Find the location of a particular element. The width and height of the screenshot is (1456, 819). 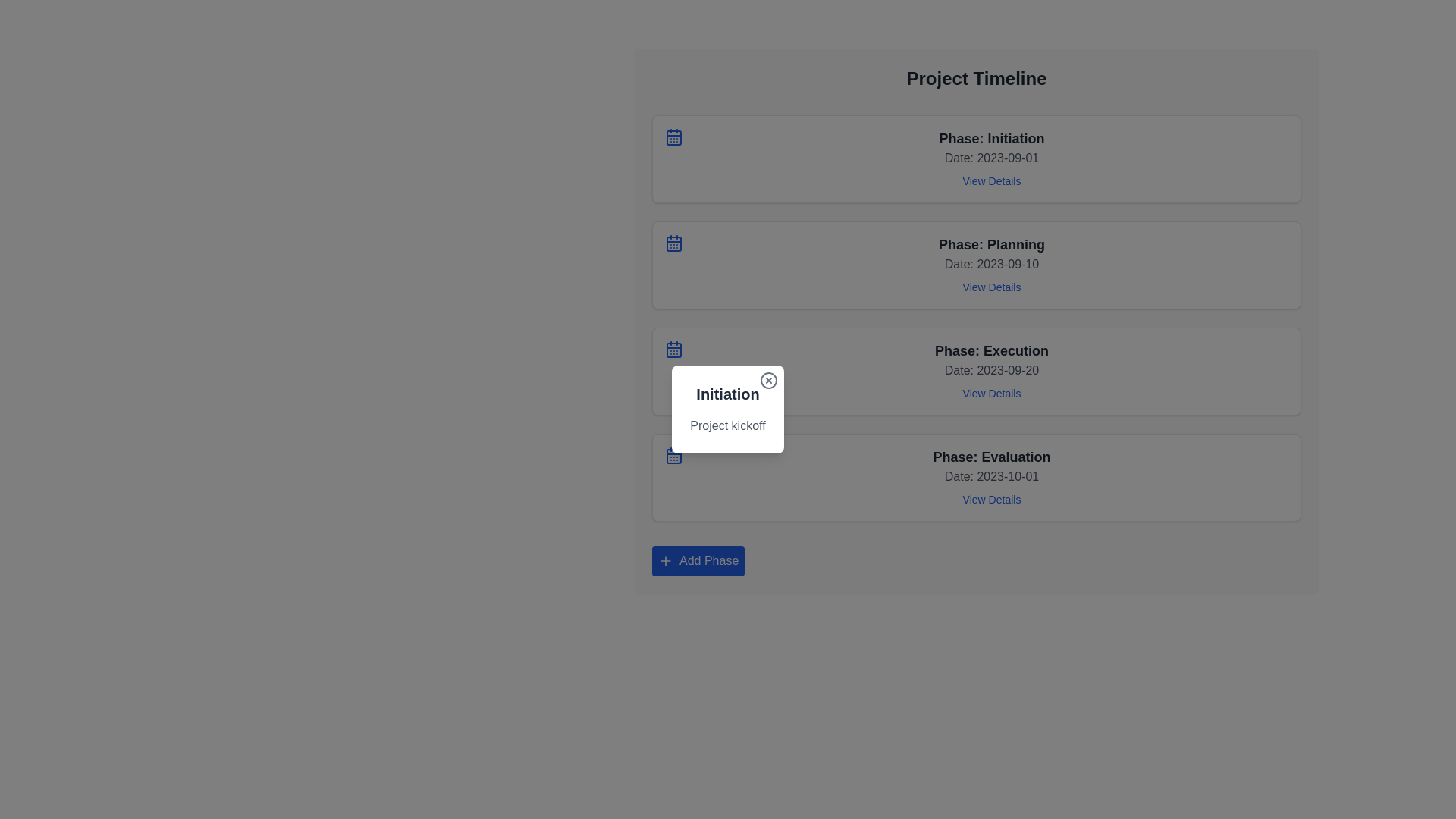

the static text label displaying 'Date: 2023-09-10' in gray font, located in the second card of the timeline layout below the 'Phase: Planning' heading is located at coordinates (992, 263).